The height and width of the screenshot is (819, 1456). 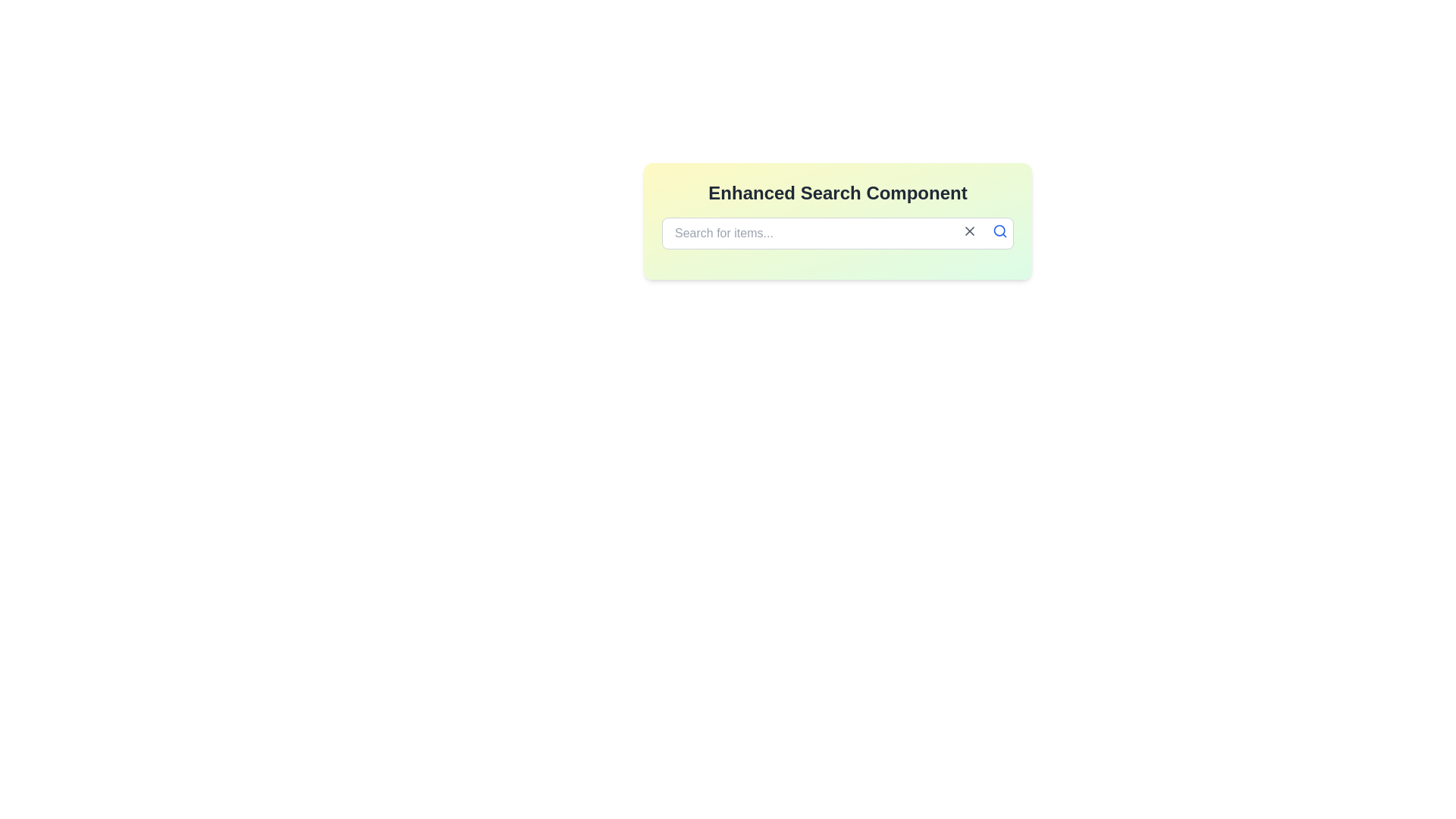 I want to click on to select any text within the text input field located in the 'Enhanced Search Component' beneath the title, so click(x=836, y=234).